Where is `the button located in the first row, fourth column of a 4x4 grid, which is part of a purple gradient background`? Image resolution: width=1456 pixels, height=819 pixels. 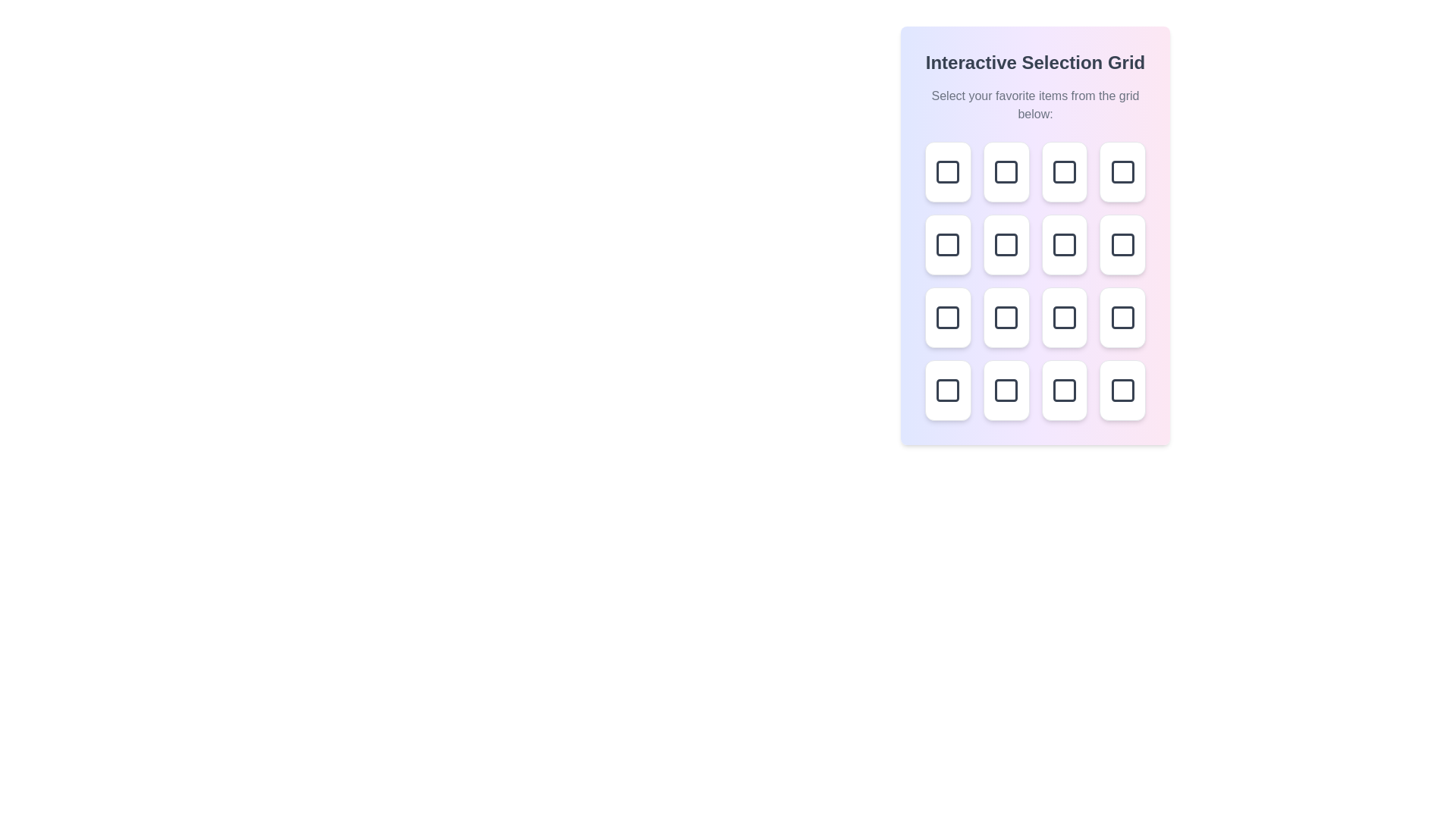 the button located in the first row, fourth column of a 4x4 grid, which is part of a purple gradient background is located at coordinates (1122, 171).